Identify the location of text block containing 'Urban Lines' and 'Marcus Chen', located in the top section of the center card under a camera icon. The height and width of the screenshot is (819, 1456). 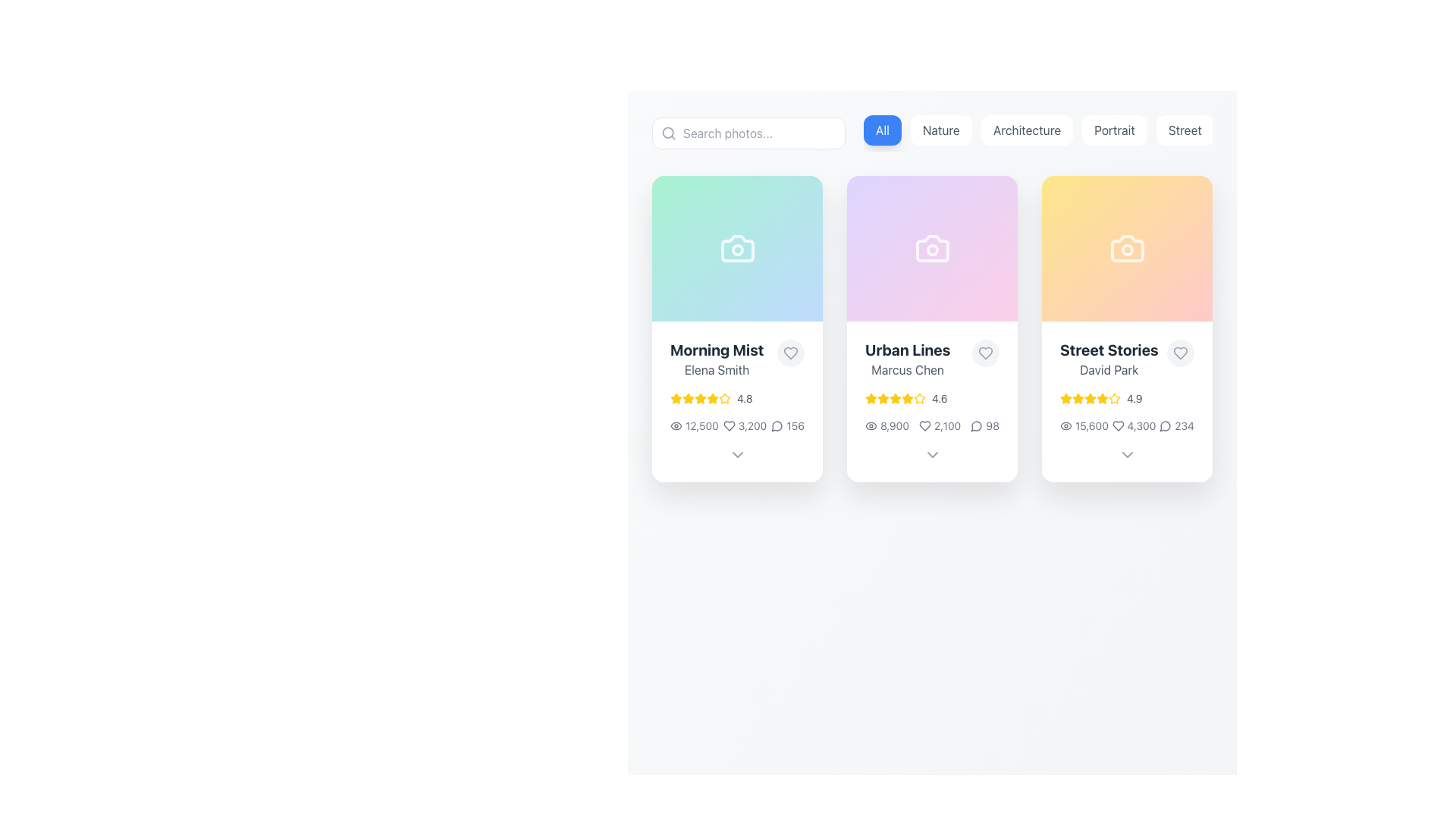
(931, 359).